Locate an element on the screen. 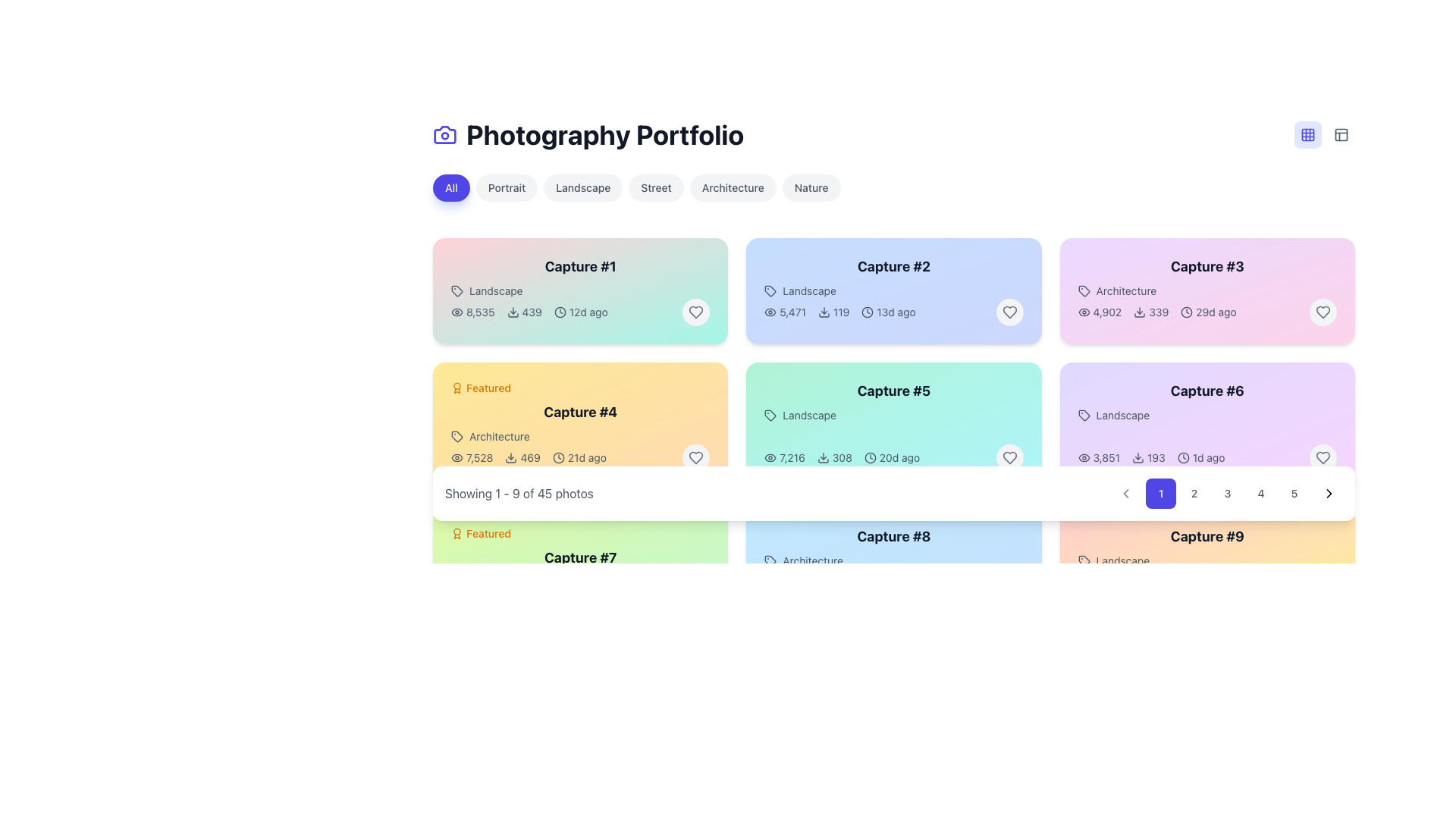 The height and width of the screenshot is (819, 1456). the content card located in the lower section of the grid, positioned between 'Capture #6' and 'Capture #8' is located at coordinates (579, 558).